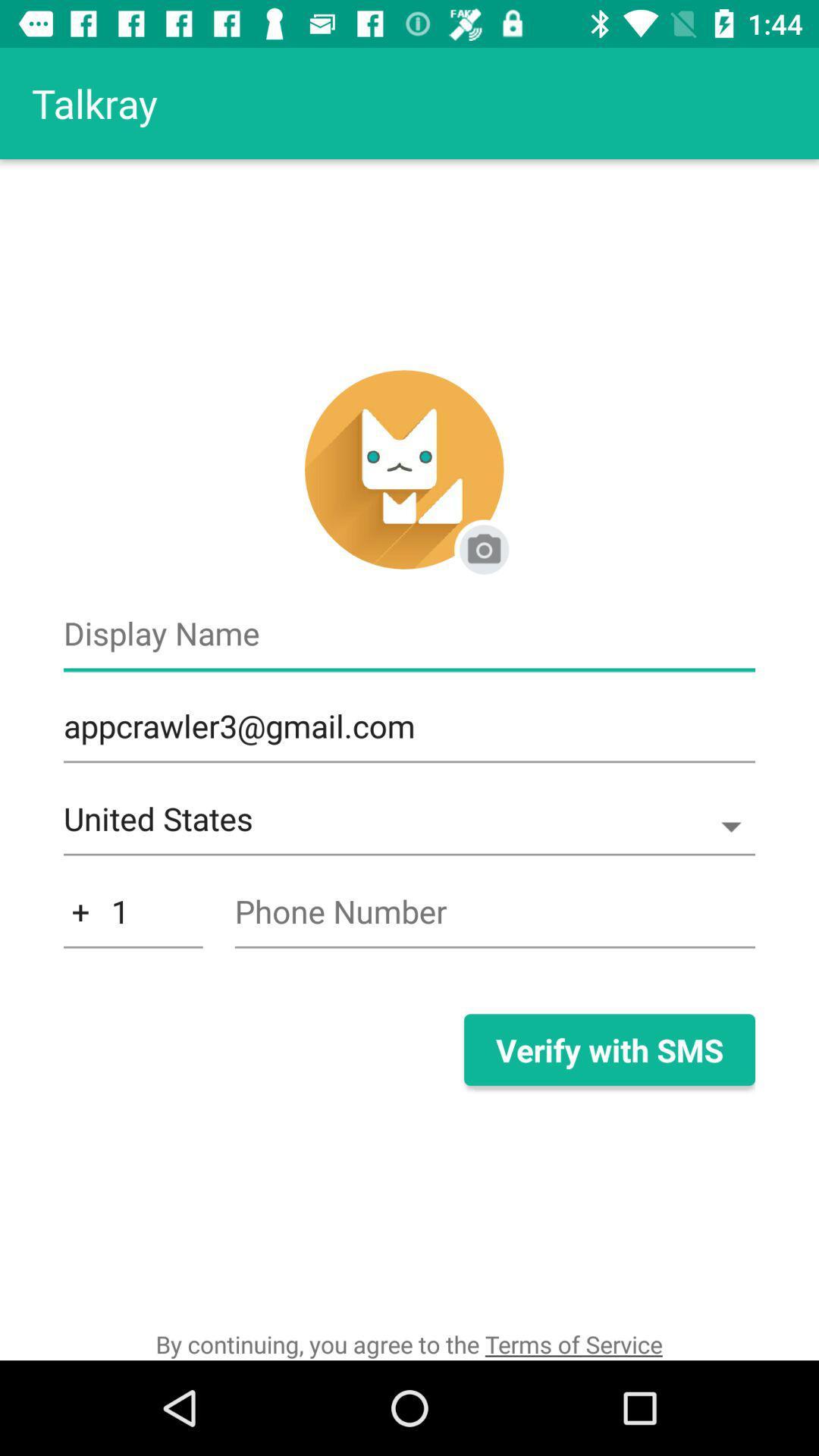 The height and width of the screenshot is (1456, 819). I want to click on 1 item, so click(132, 919).